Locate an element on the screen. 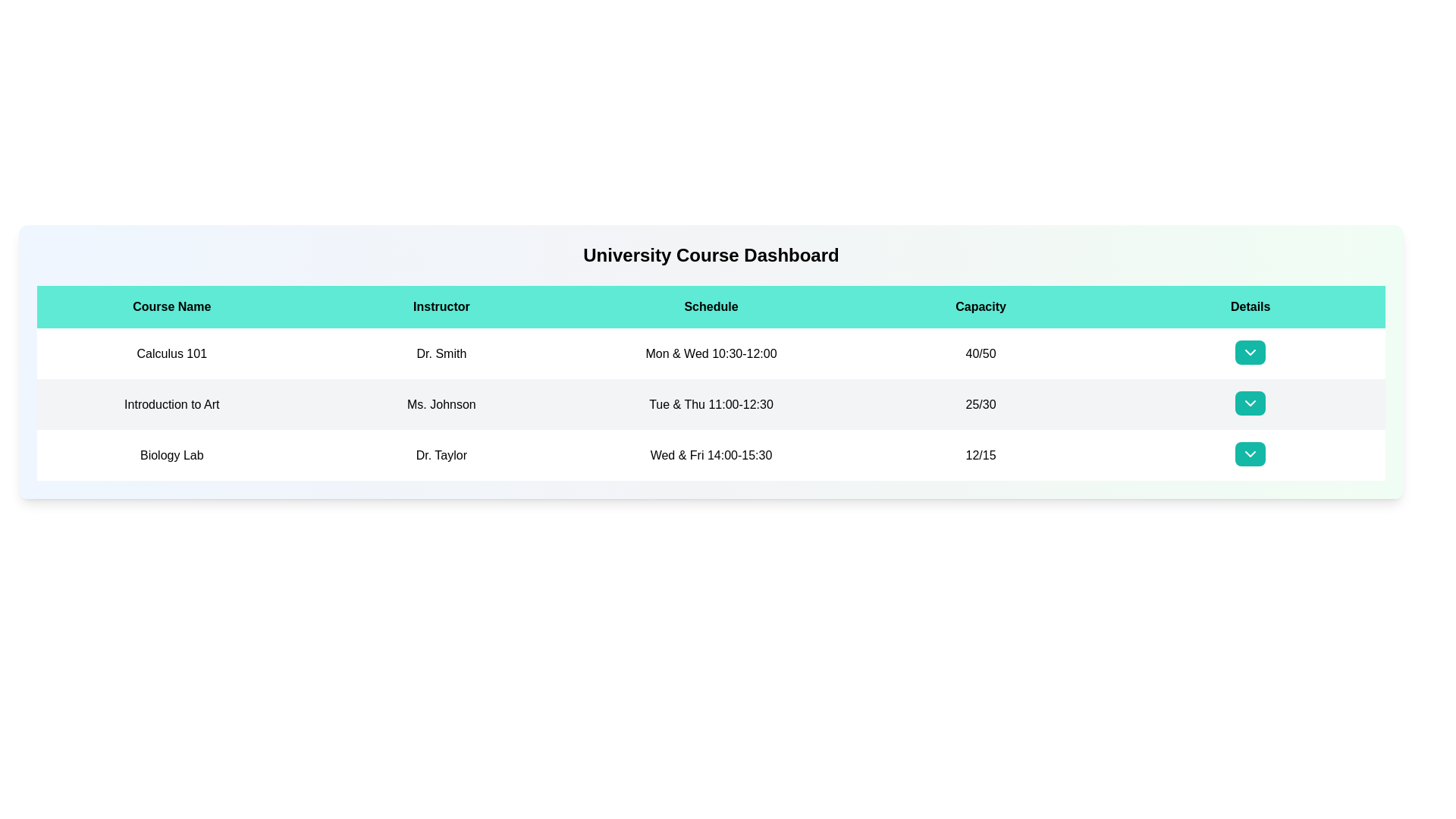 Image resolution: width=1456 pixels, height=819 pixels. the chevron icon in the 'Details' column of the second row is located at coordinates (1250, 403).